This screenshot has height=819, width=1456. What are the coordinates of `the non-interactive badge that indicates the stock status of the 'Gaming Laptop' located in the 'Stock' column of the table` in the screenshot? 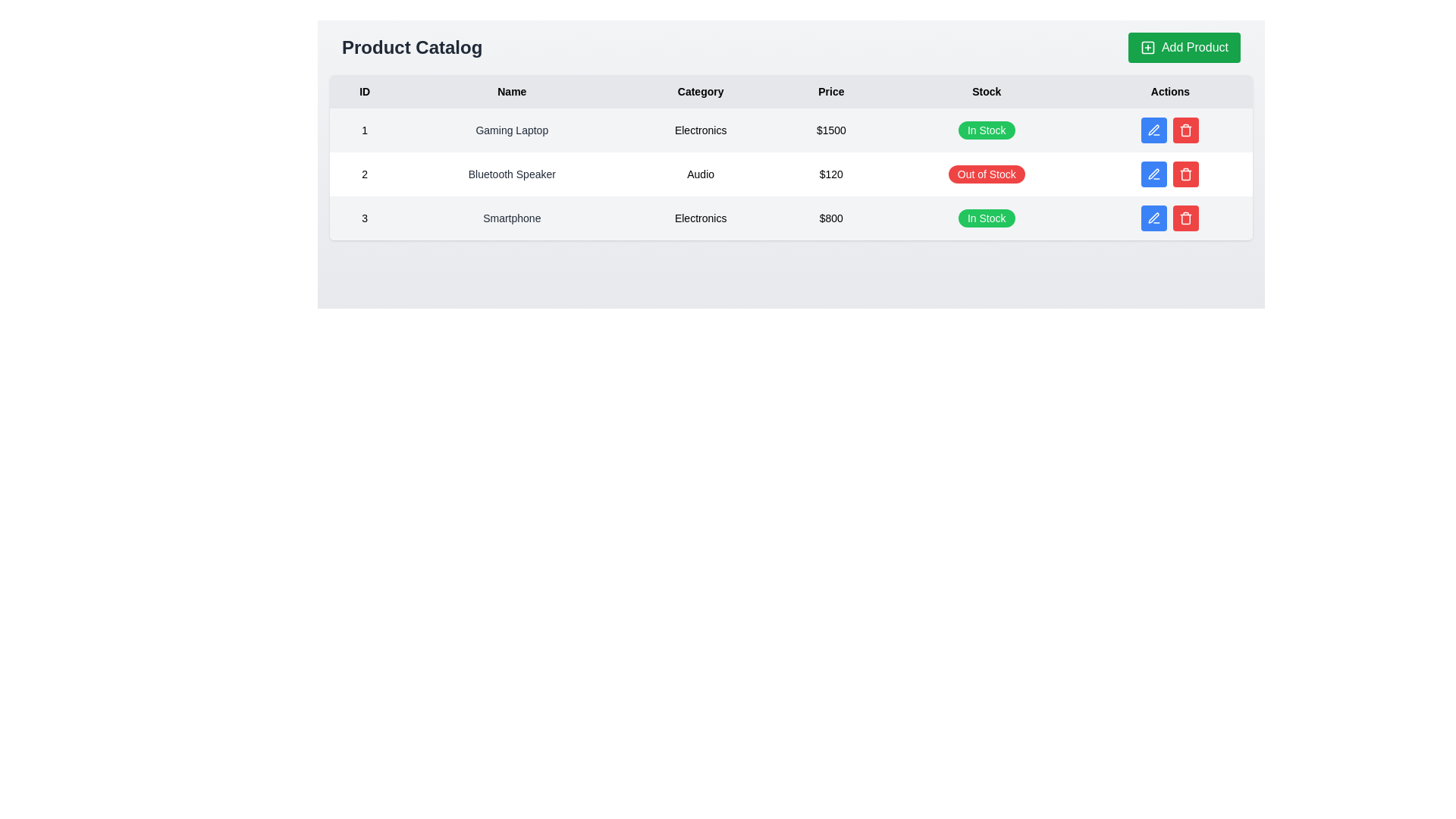 It's located at (987, 130).